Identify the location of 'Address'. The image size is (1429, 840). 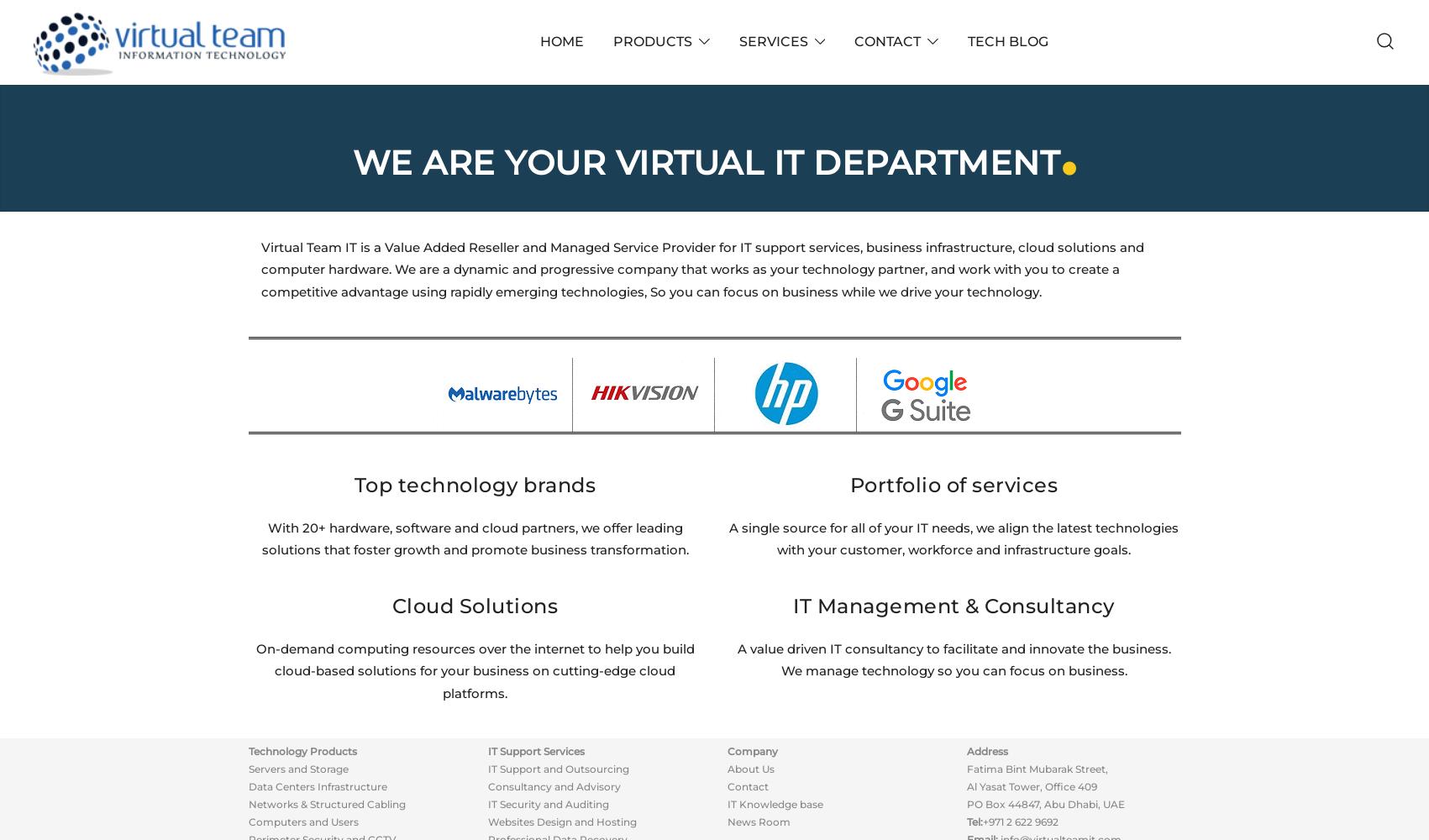
(965, 751).